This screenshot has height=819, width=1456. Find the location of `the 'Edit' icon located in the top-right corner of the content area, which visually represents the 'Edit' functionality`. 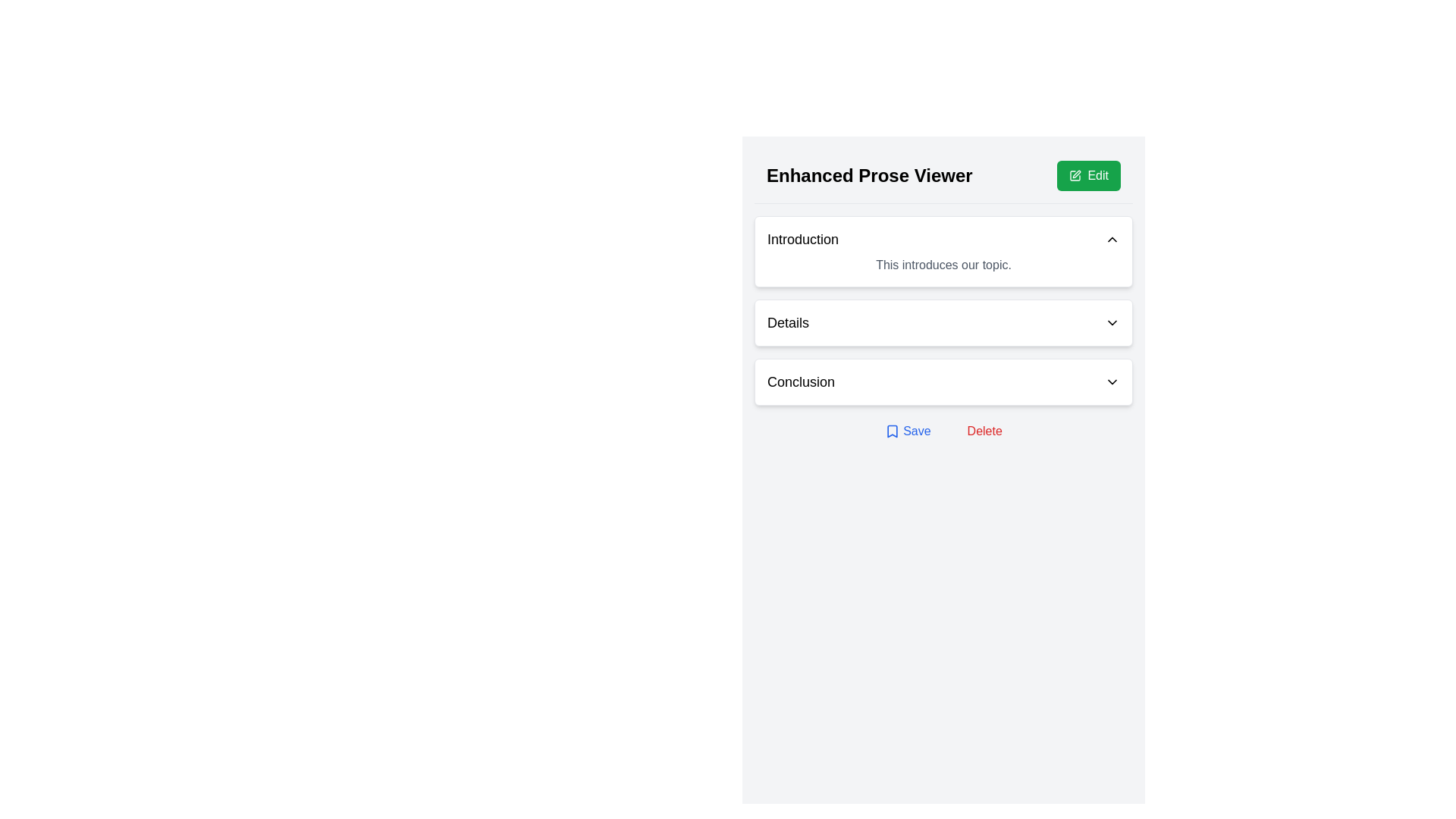

the 'Edit' icon located in the top-right corner of the content area, which visually represents the 'Edit' functionality is located at coordinates (1075, 174).